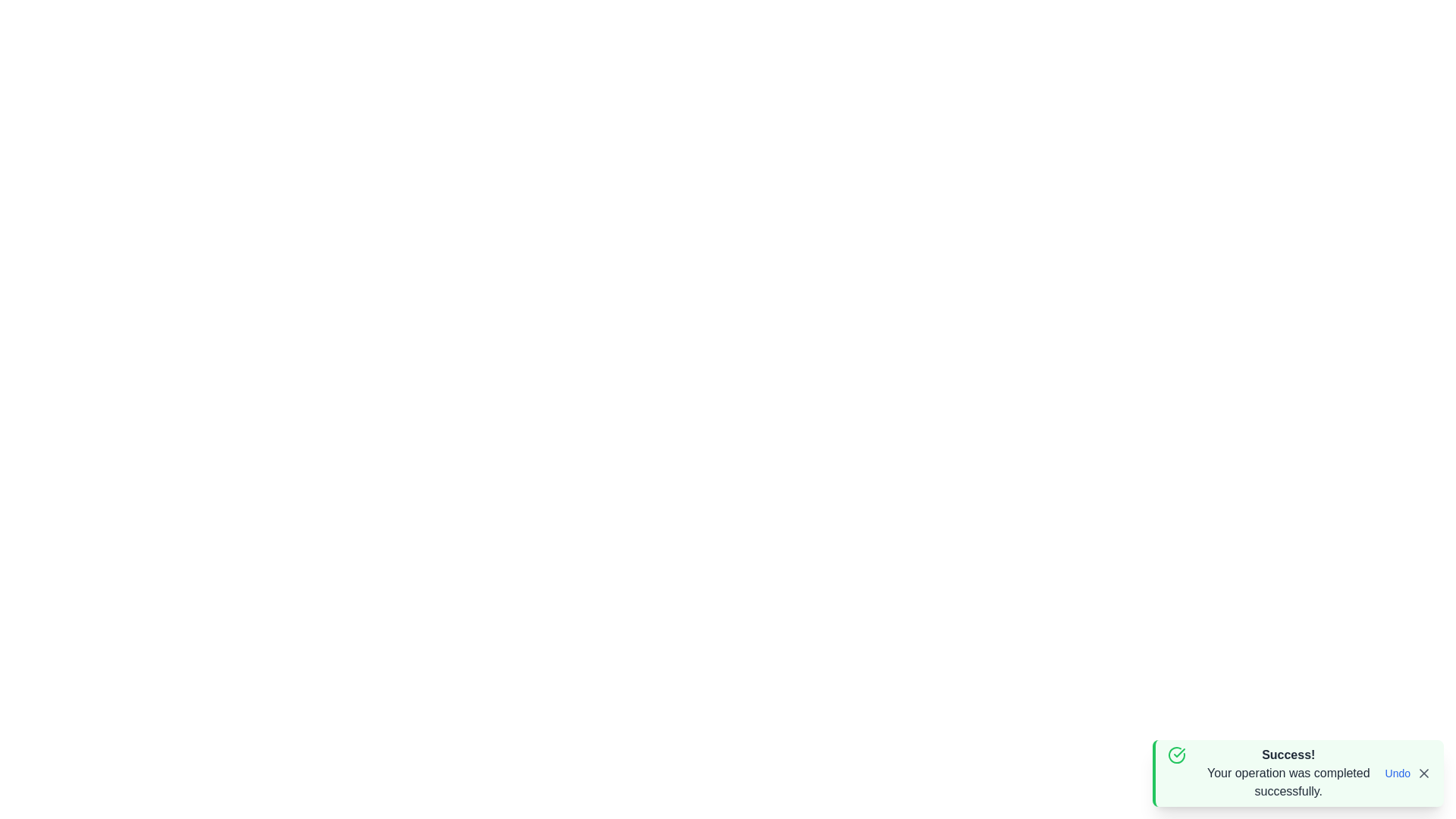  Describe the element at coordinates (1423, 773) in the screenshot. I see `close button on the snackbar to hide it` at that location.